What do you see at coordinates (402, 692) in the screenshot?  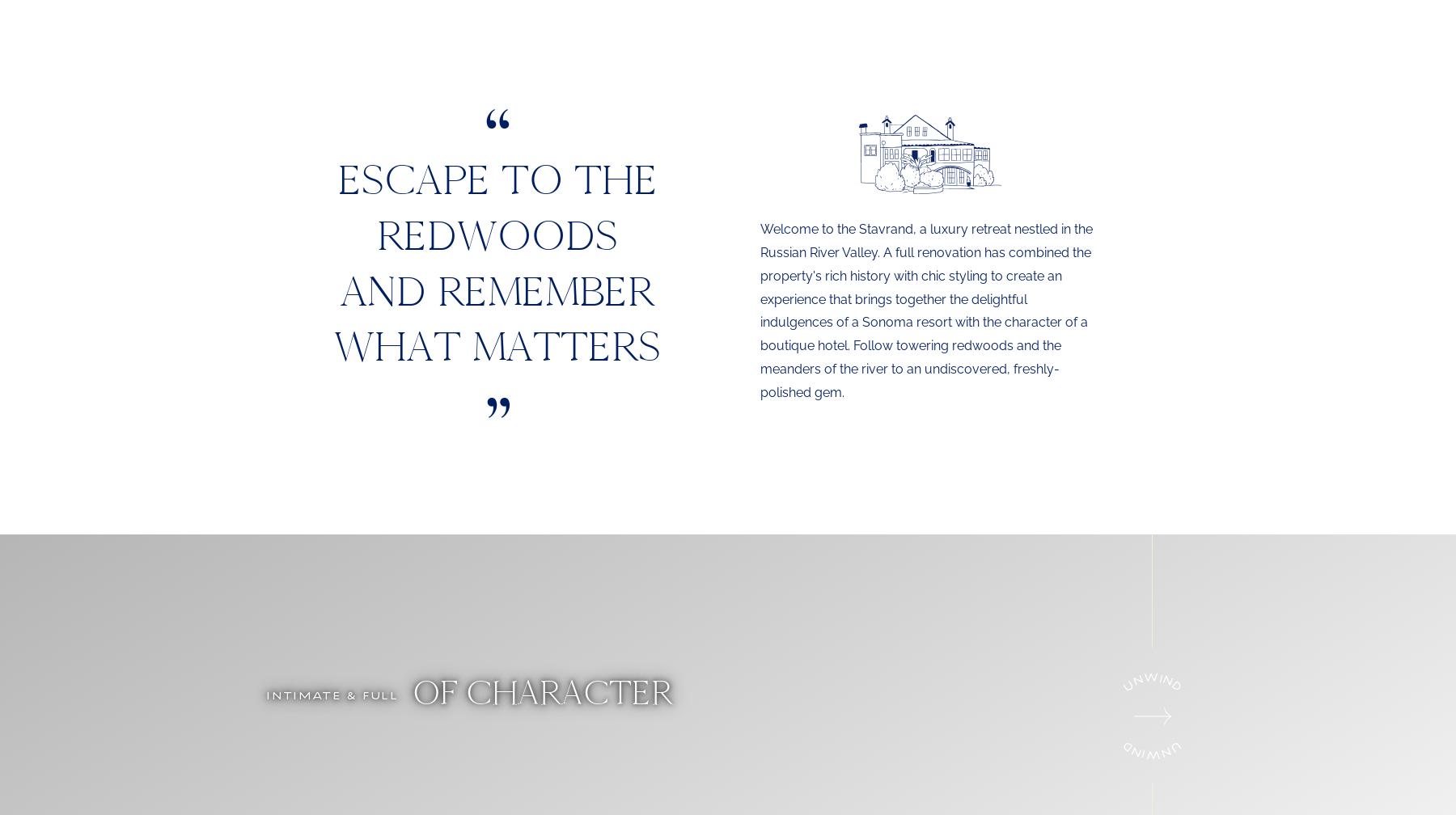 I see `'Of Character'` at bounding box center [402, 692].